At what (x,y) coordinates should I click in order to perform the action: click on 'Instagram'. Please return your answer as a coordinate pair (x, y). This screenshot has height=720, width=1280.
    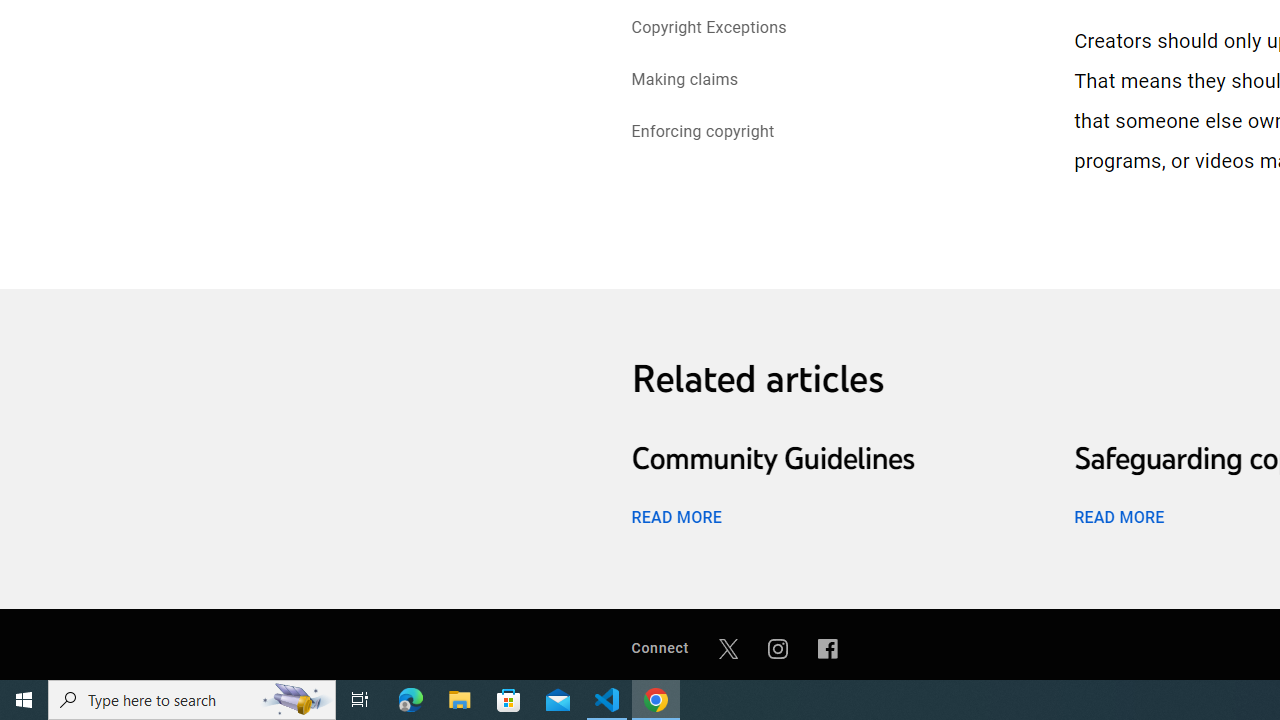
    Looking at the image, I should click on (777, 648).